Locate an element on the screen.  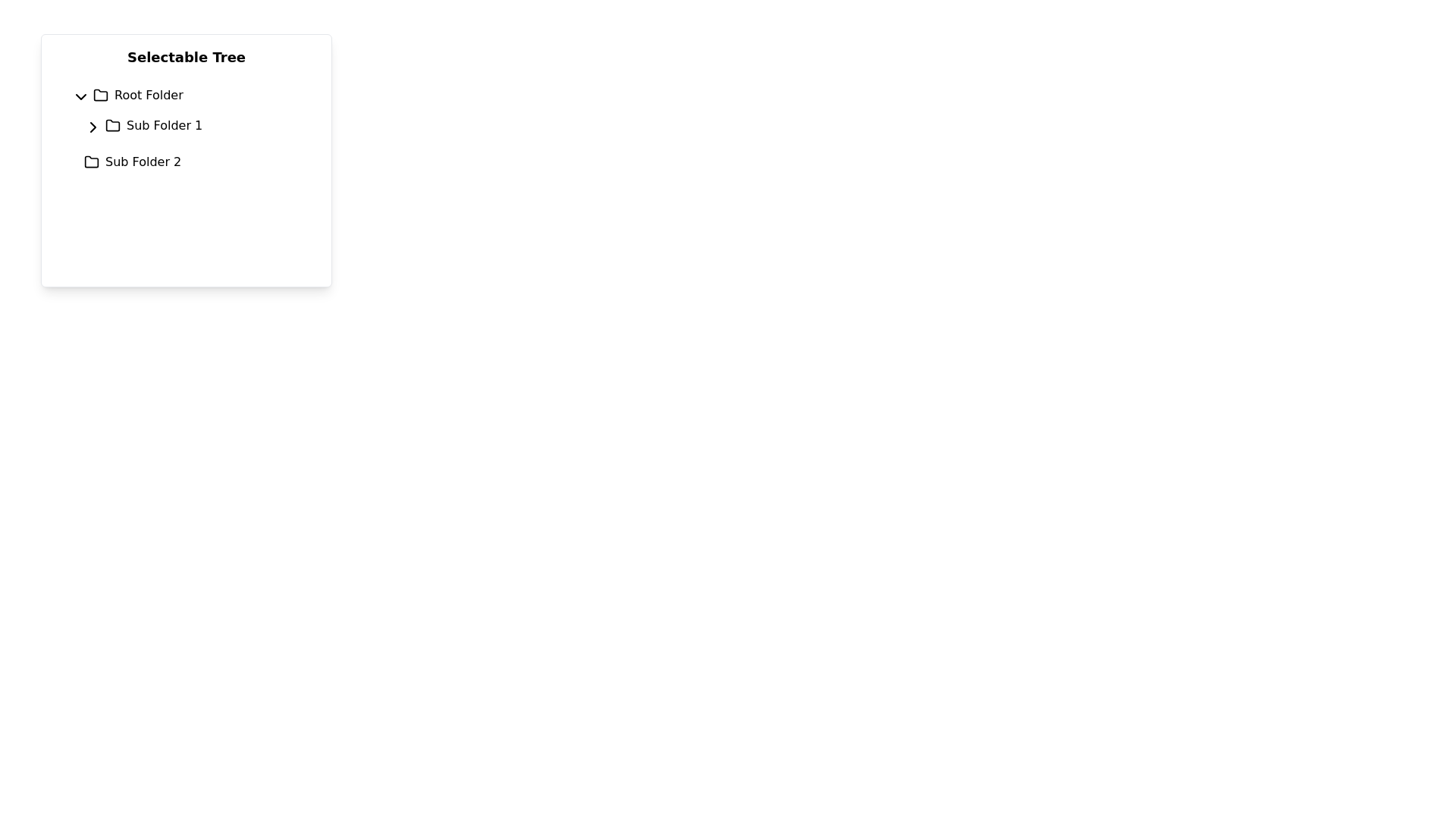
the Chevron-down icon to the left of the 'Root Folder' text in the selectable tree menu, which indicates the expand or collapse state of the folder is located at coordinates (80, 96).